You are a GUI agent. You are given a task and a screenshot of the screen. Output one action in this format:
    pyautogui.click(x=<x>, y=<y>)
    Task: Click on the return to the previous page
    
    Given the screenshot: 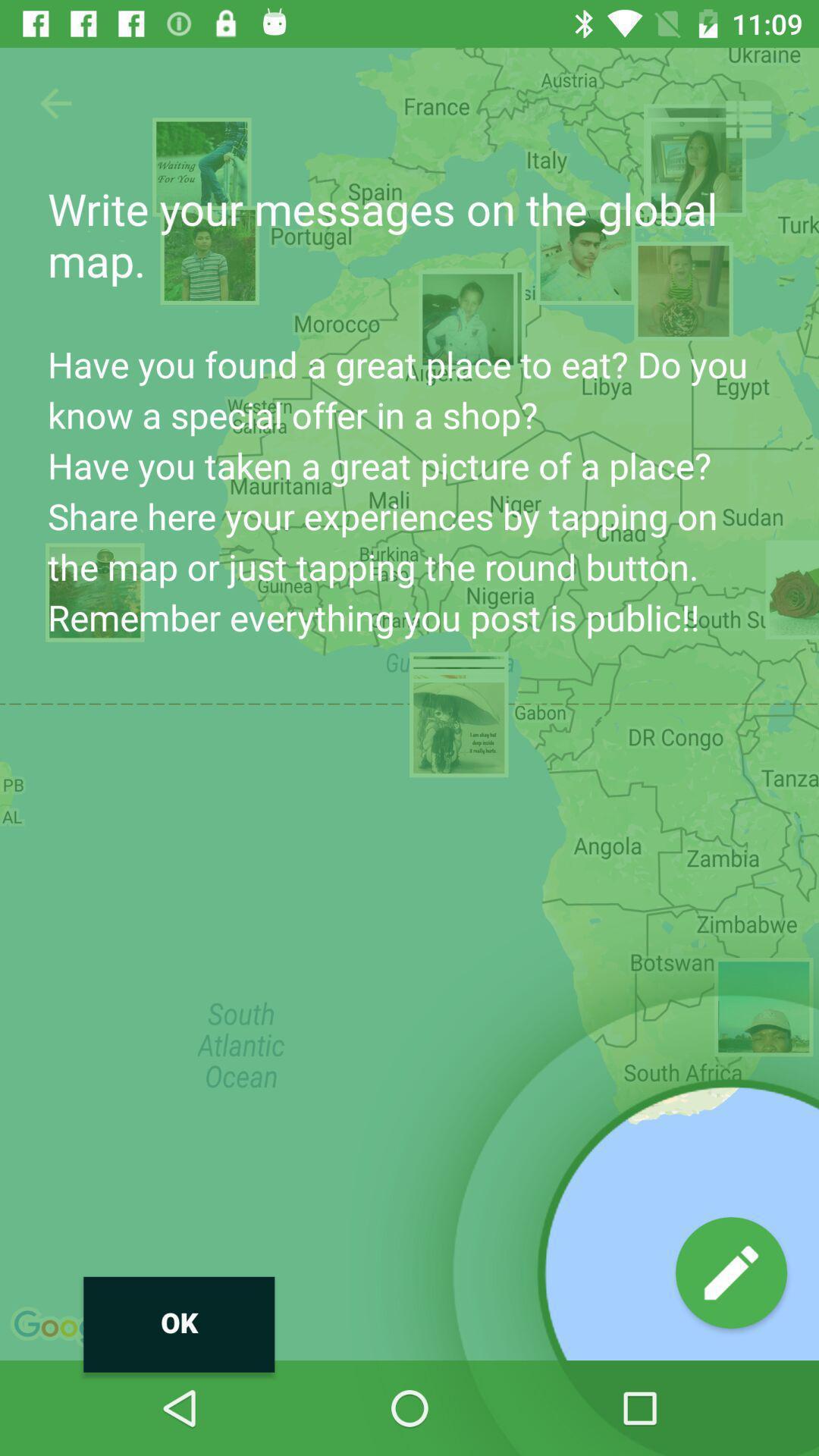 What is the action you would take?
    pyautogui.click(x=55, y=102)
    